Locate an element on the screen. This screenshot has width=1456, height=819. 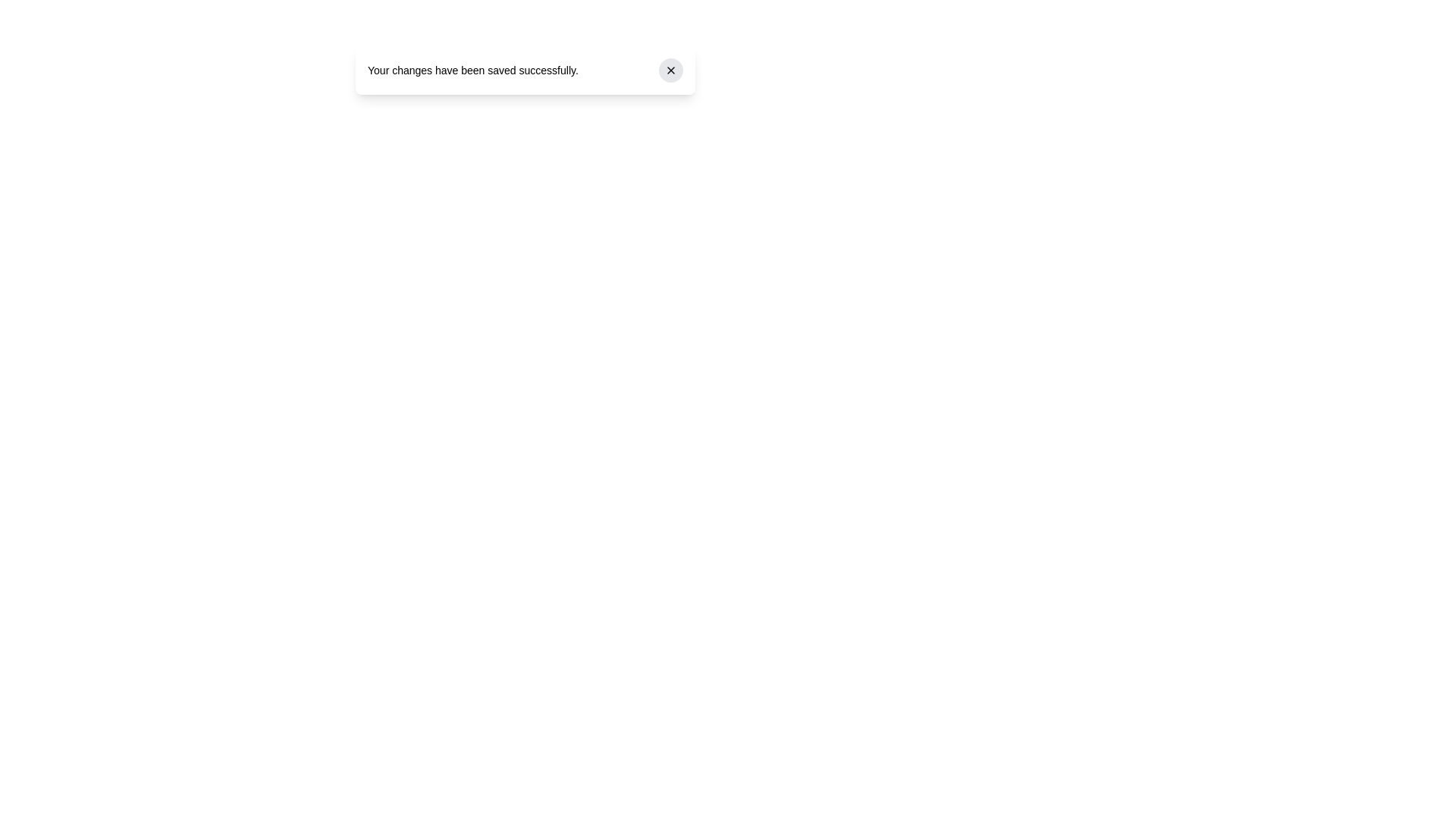
notification message displayed in the green notification banner that states, 'Your changes have been saved successfully.' is located at coordinates (525, 70).